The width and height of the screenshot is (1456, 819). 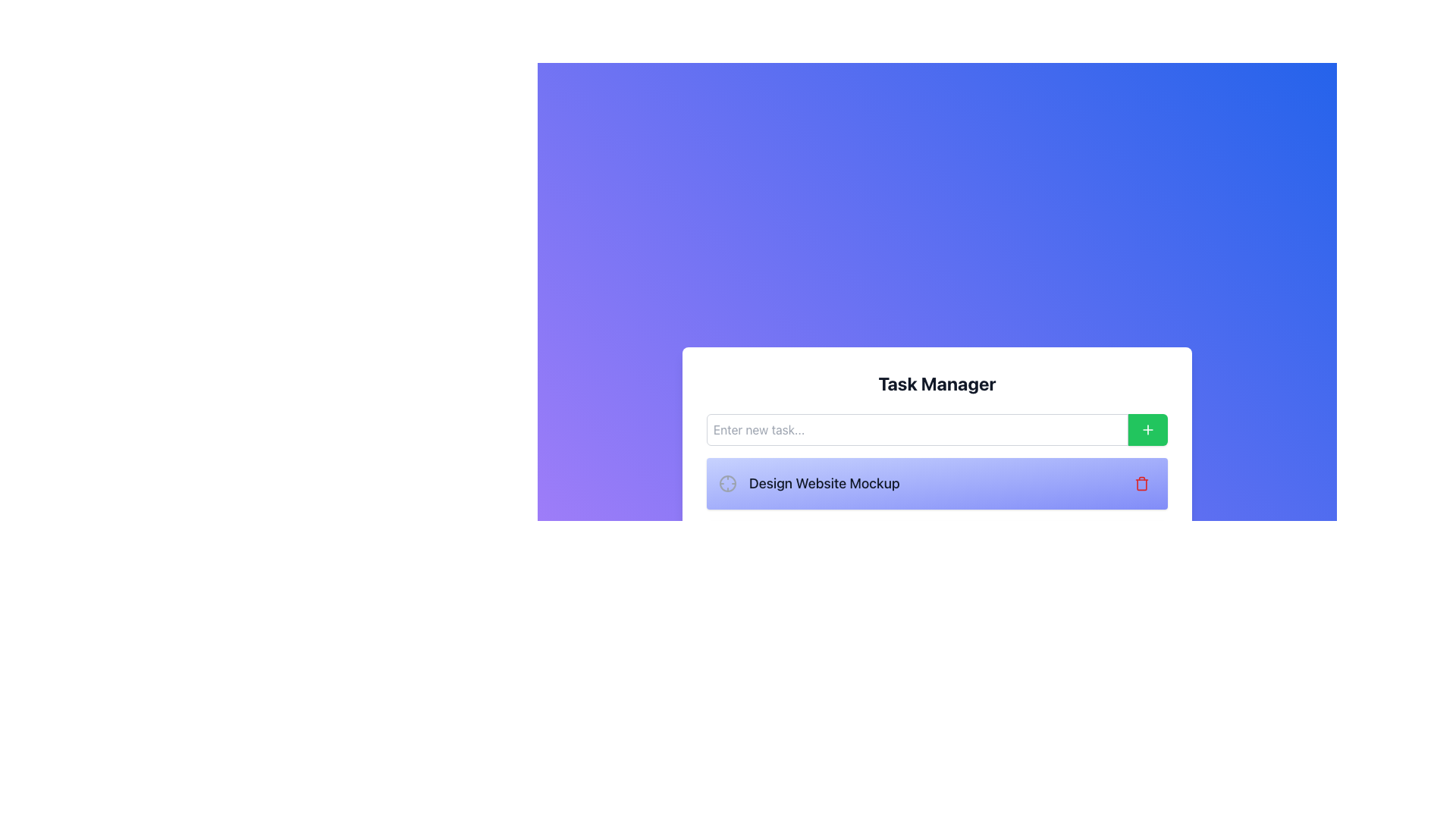 I want to click on the green plus SVG icon located within the rectangular button to trigger a focus or highlight effect on the button, so click(x=1147, y=430).